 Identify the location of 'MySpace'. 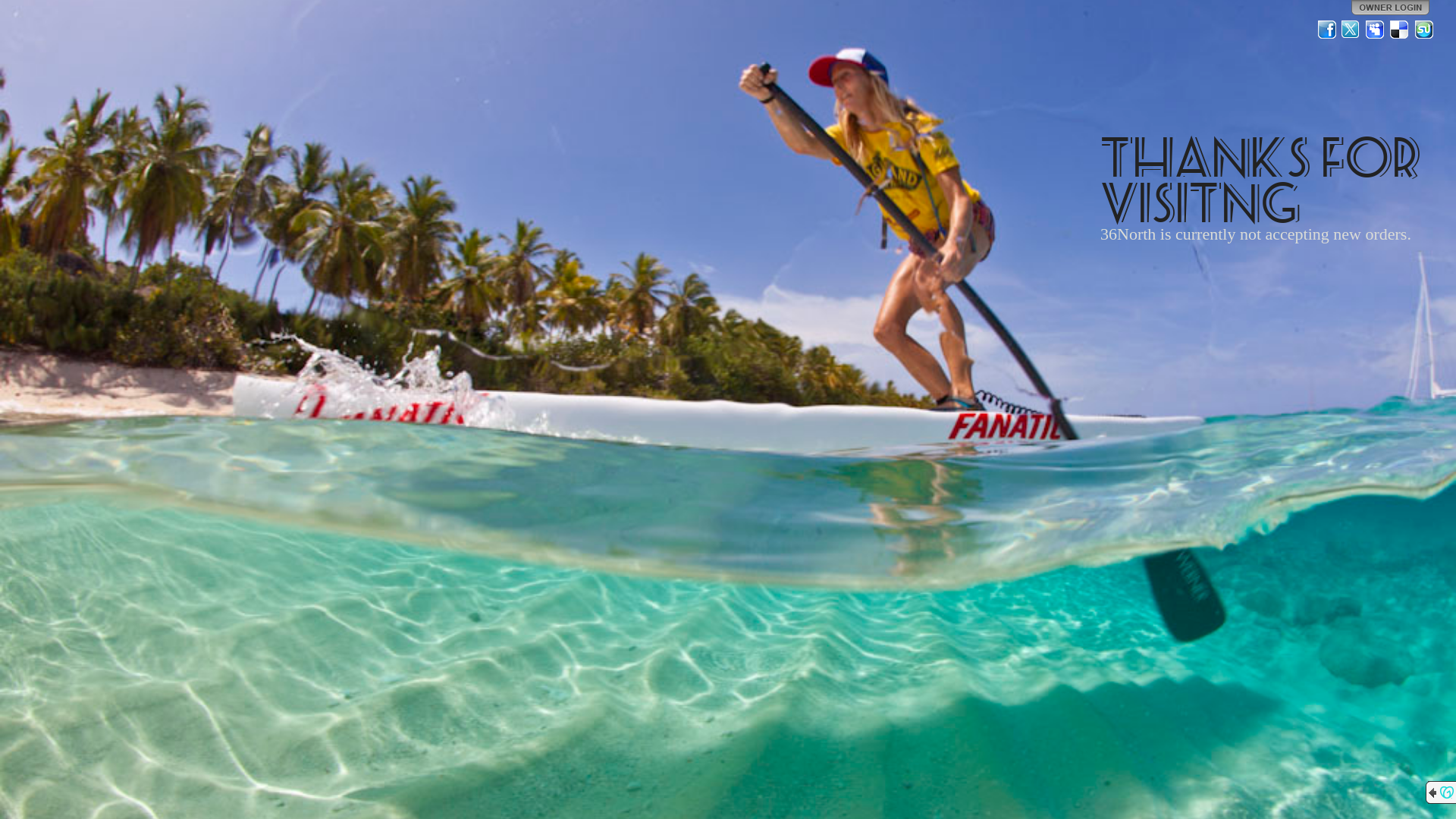
(1376, 29).